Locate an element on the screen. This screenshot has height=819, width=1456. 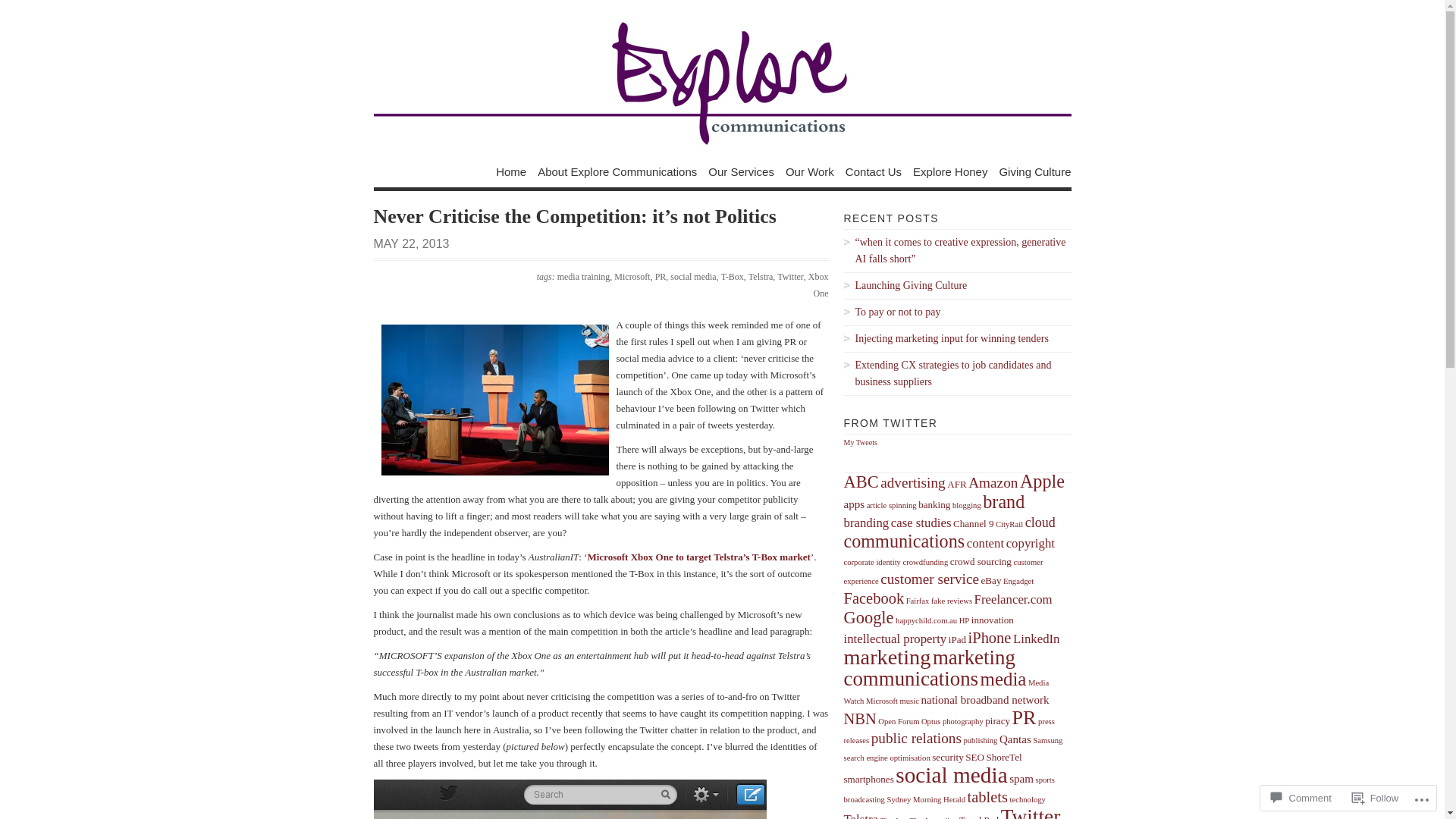
'media' is located at coordinates (1003, 678).